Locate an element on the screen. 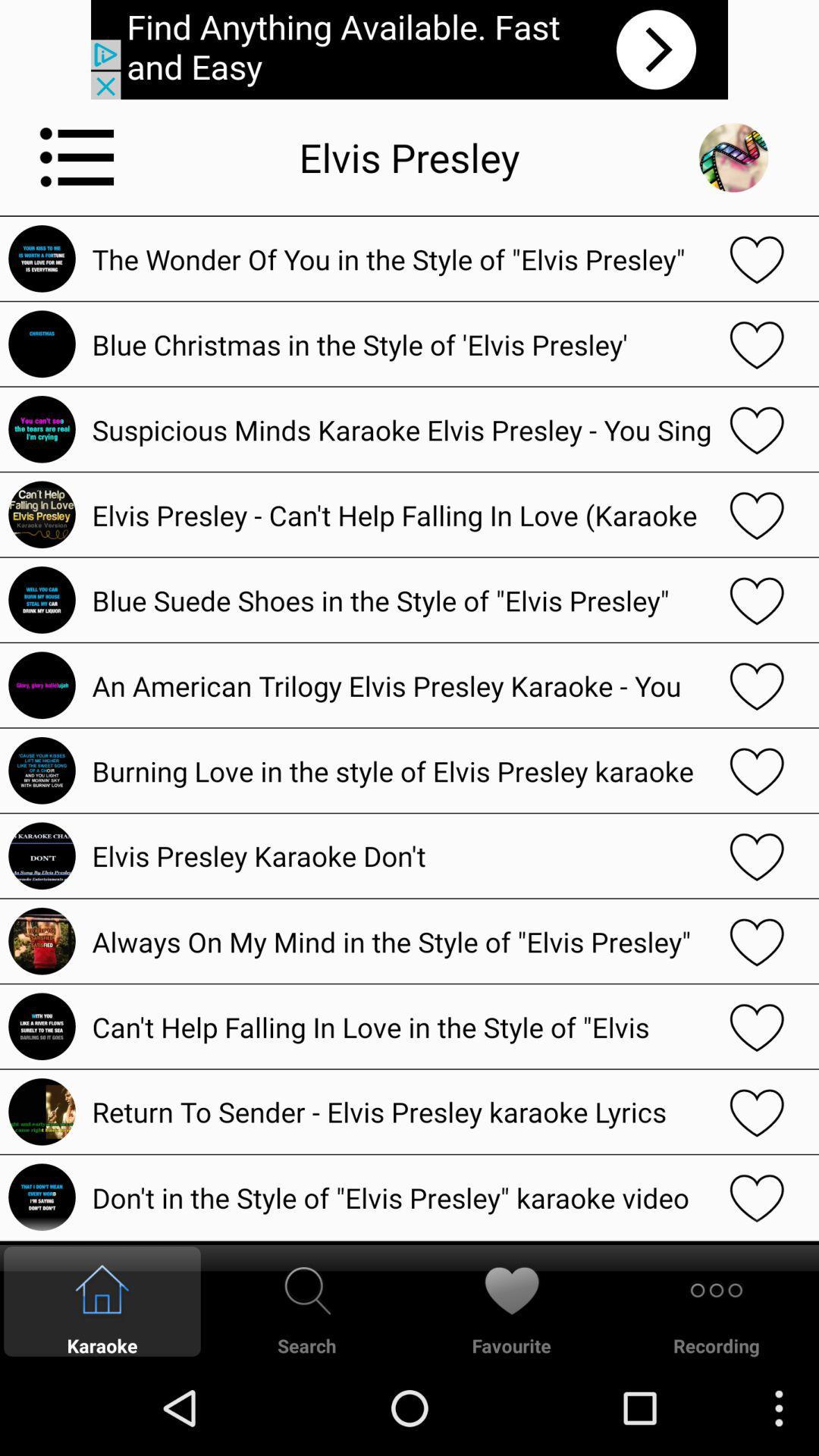 This screenshot has width=819, height=1456. the option is located at coordinates (757, 343).